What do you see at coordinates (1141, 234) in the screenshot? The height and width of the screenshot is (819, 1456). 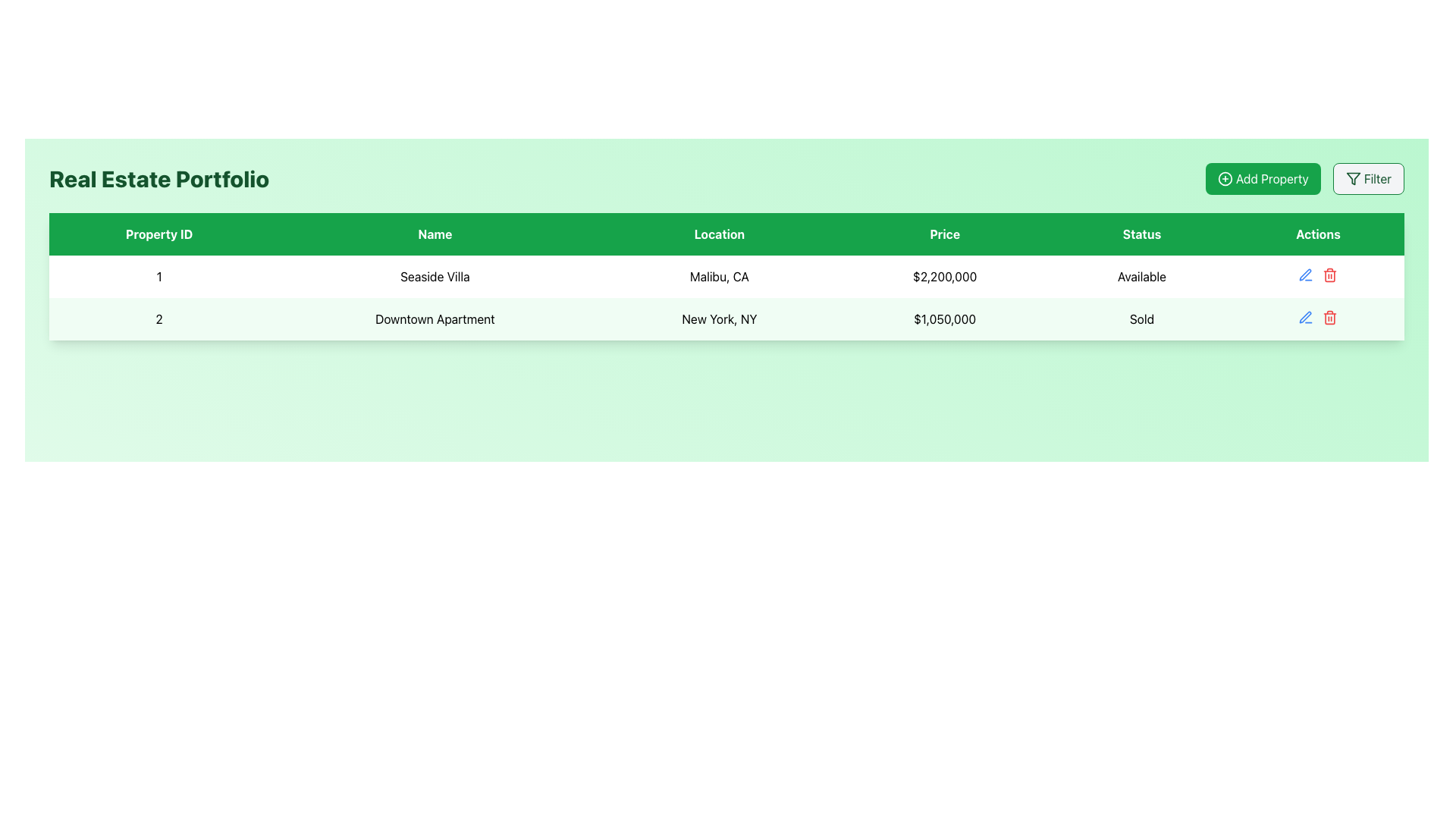 I see `the 'Status' header cell in the green-colored table header, which is in the fifth position of six cells and contains white text centered within it` at bounding box center [1141, 234].